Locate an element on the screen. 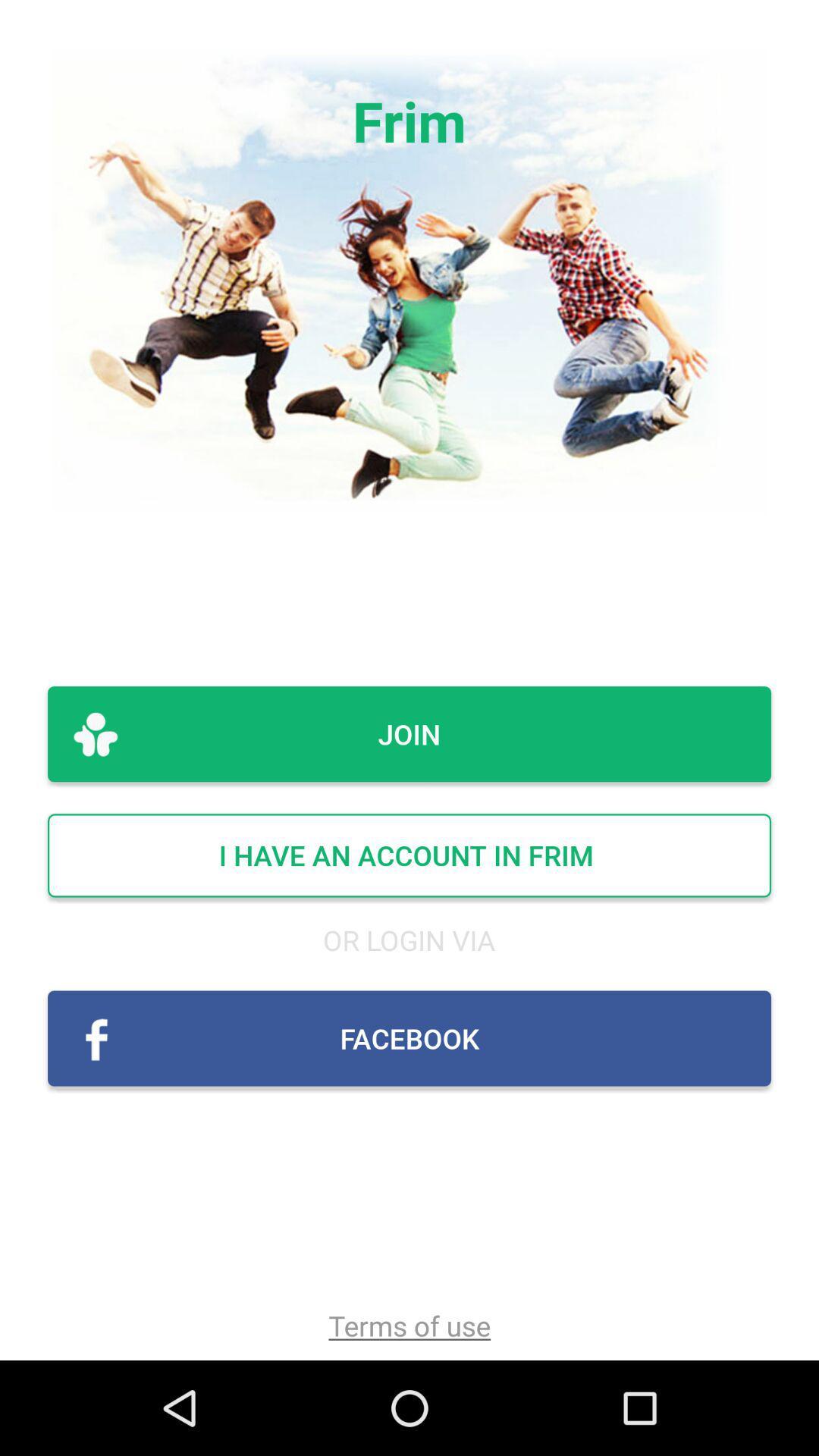  i have an is located at coordinates (409, 855).